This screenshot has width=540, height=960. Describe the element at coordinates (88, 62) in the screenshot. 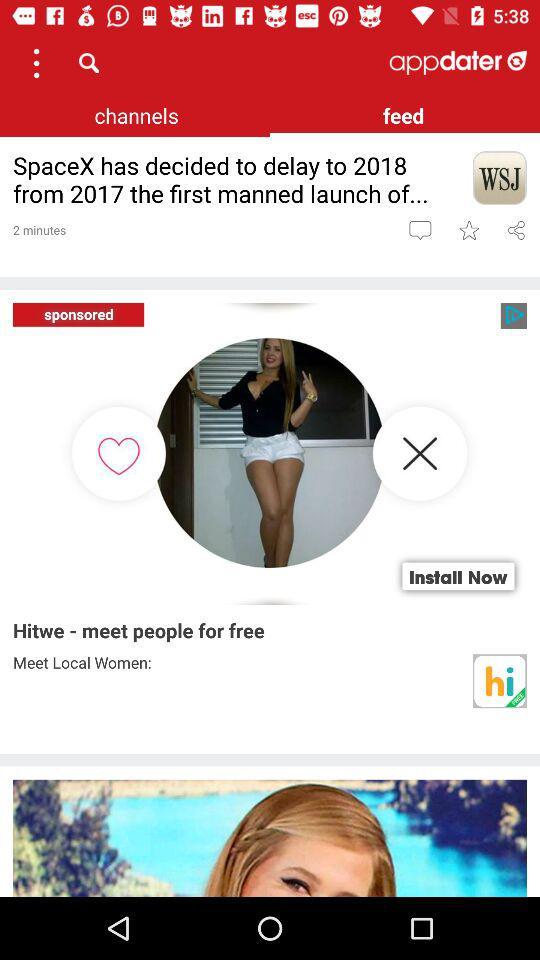

I see `the search icon` at that location.